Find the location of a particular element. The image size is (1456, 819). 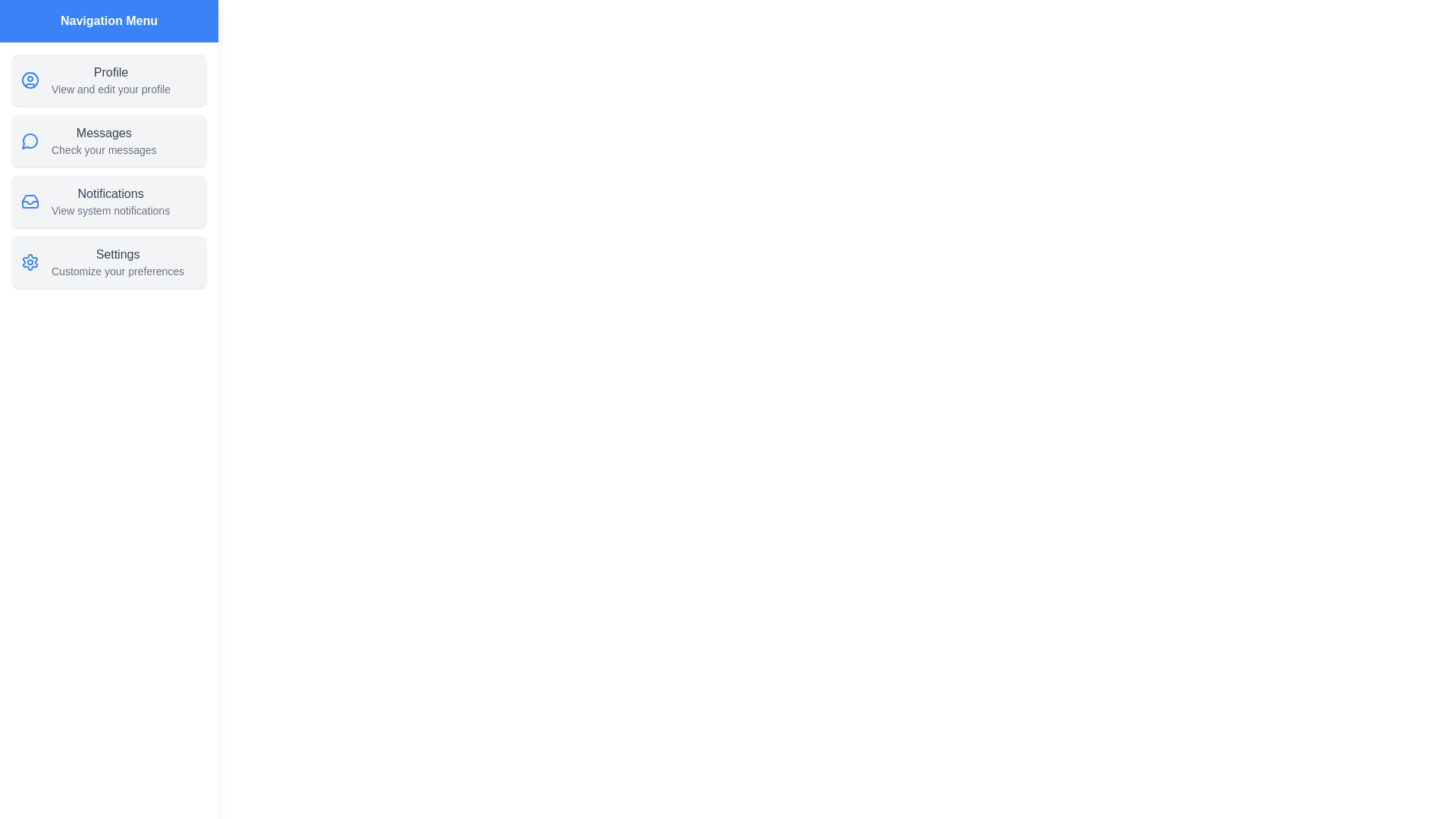

the Settings to view its details is located at coordinates (108, 262).